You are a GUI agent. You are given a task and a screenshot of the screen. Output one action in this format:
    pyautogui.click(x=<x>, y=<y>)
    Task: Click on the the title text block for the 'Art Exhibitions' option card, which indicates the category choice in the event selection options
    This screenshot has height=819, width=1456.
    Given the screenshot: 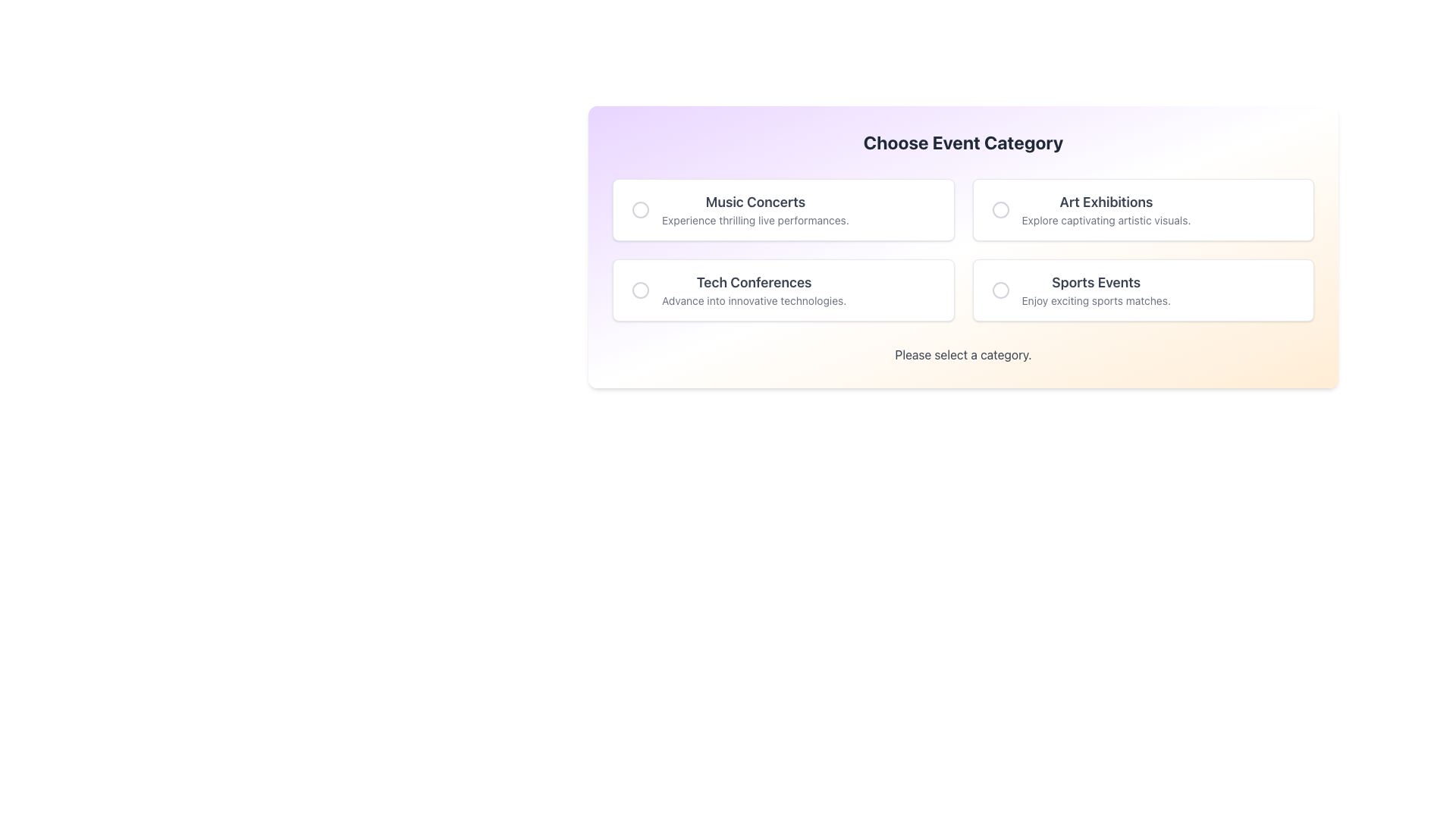 What is the action you would take?
    pyautogui.click(x=1106, y=201)
    